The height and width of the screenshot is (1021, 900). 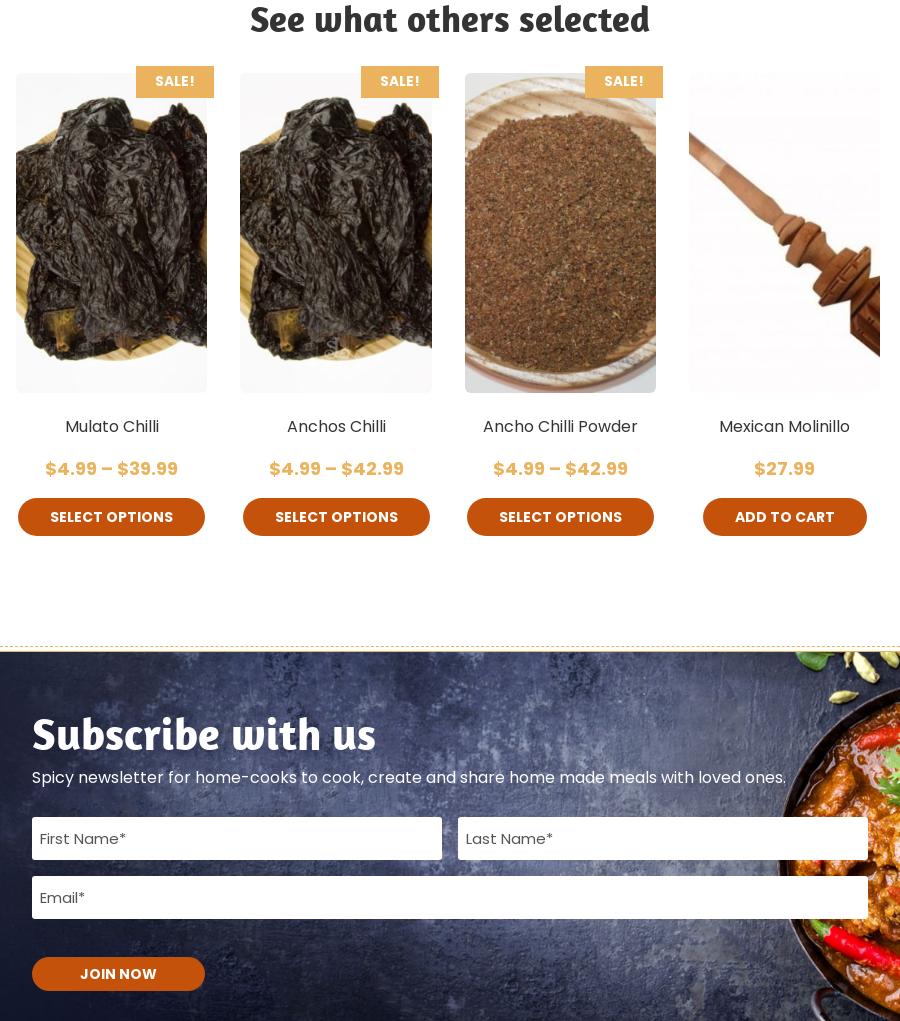 What do you see at coordinates (153, 467) in the screenshot?
I see `'39.99'` at bounding box center [153, 467].